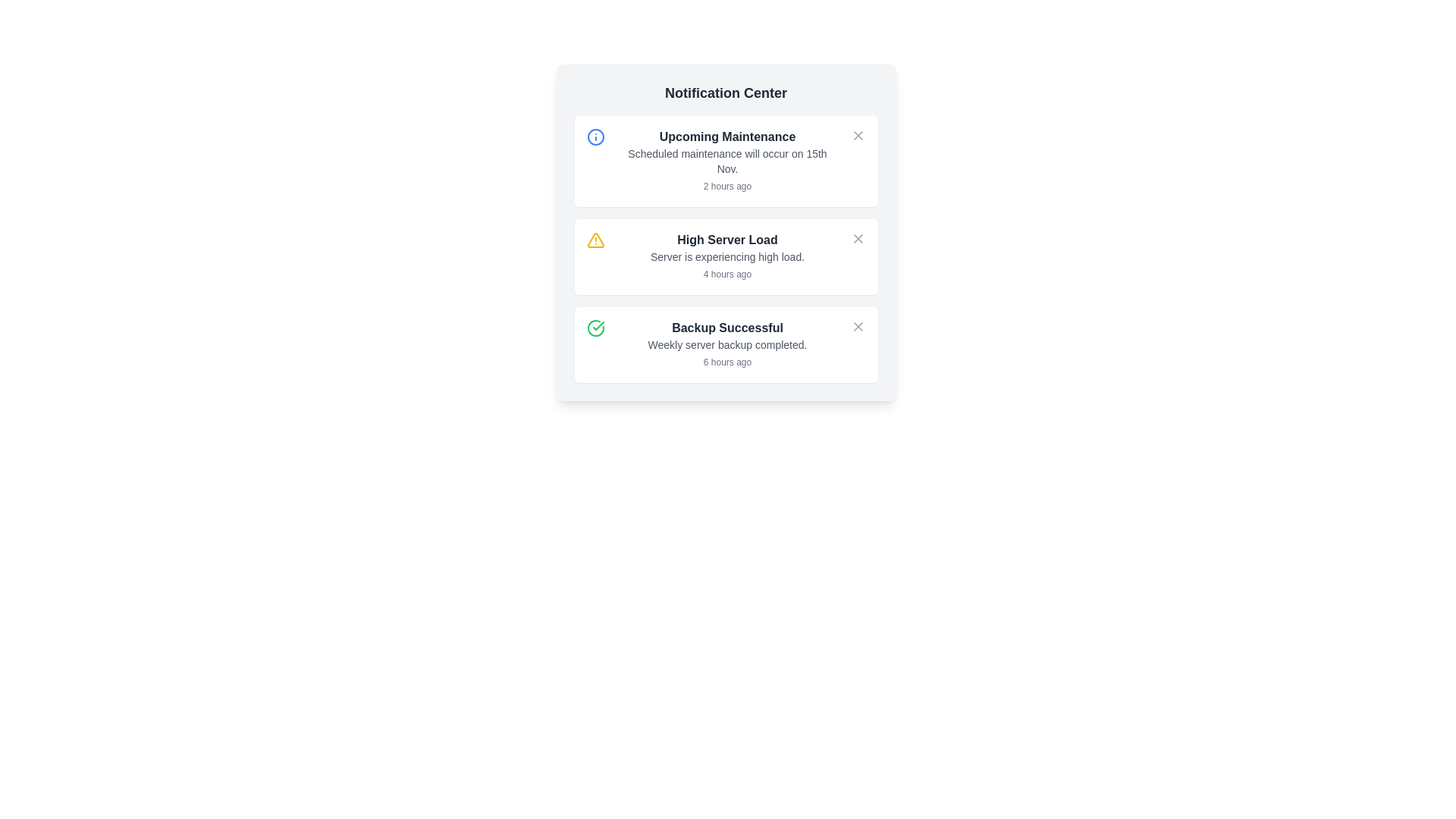 This screenshot has height=819, width=1456. Describe the element at coordinates (595, 239) in the screenshot. I see `the warning icon indicating 'High Server Load' notification, located in the second panel of the notifications list, to the left of the notification text` at that location.